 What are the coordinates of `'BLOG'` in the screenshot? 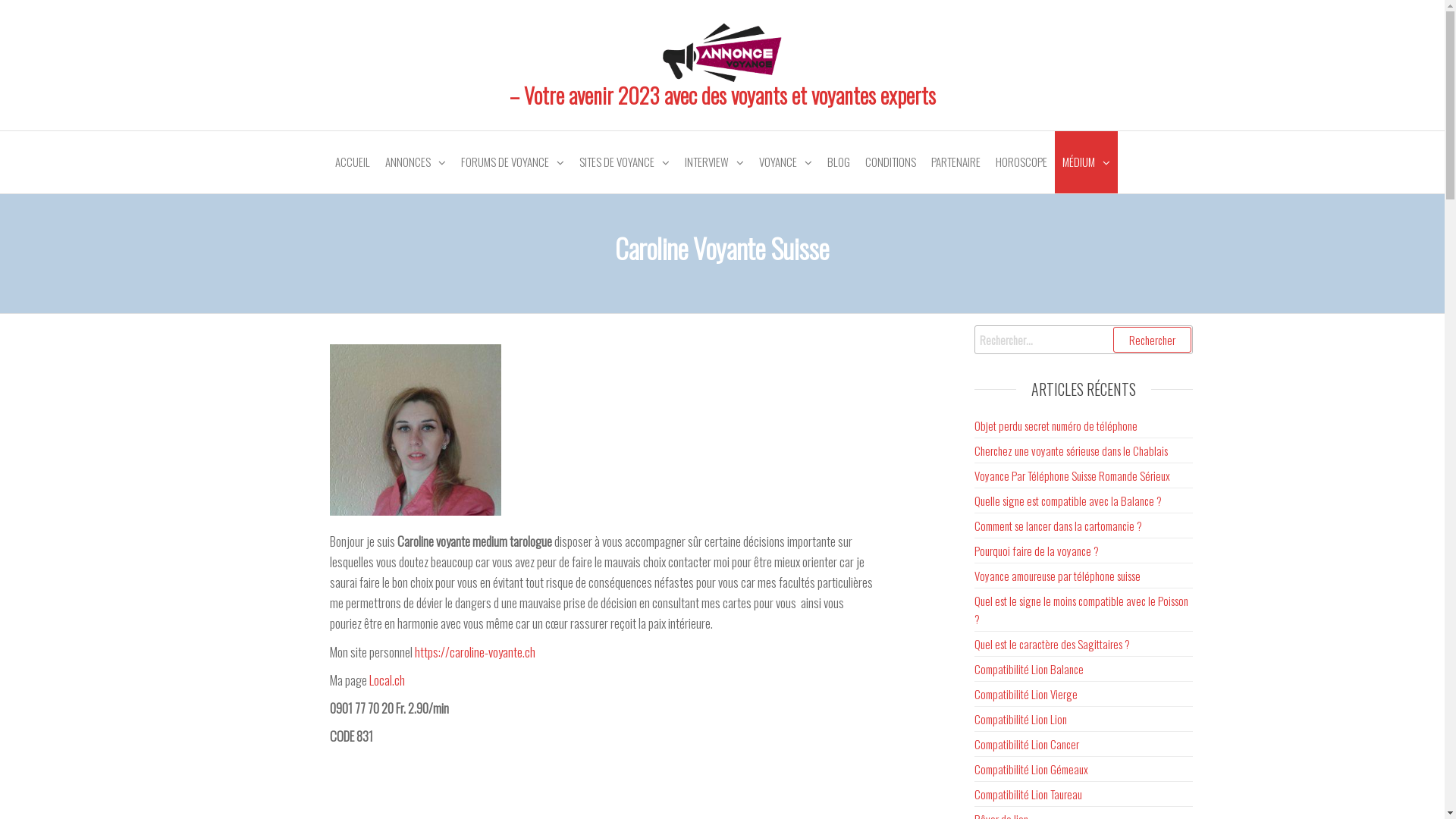 It's located at (836, 161).